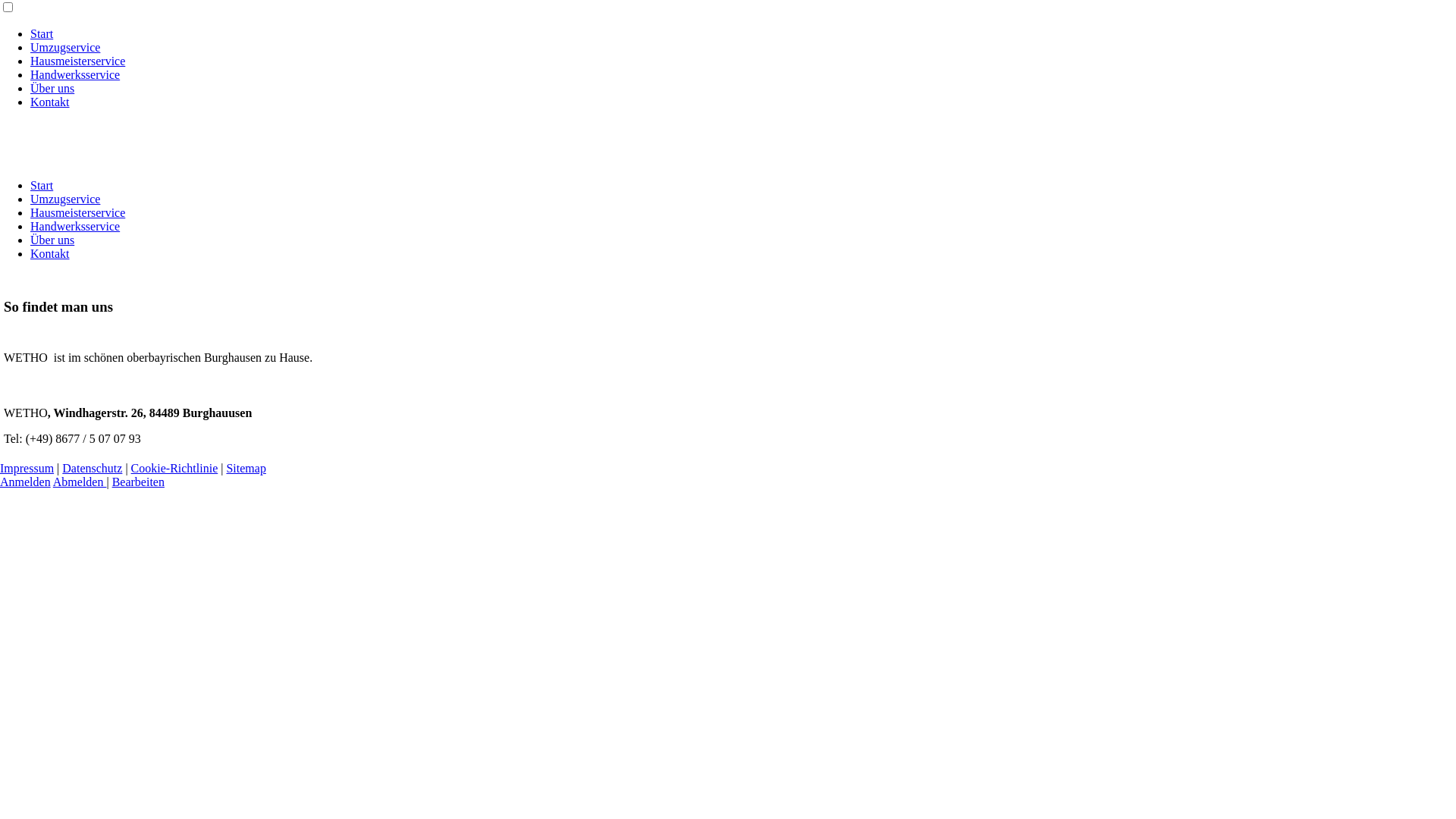 This screenshot has height=819, width=1456. Describe the element at coordinates (74, 74) in the screenshot. I see `'Handwerksservice'` at that location.